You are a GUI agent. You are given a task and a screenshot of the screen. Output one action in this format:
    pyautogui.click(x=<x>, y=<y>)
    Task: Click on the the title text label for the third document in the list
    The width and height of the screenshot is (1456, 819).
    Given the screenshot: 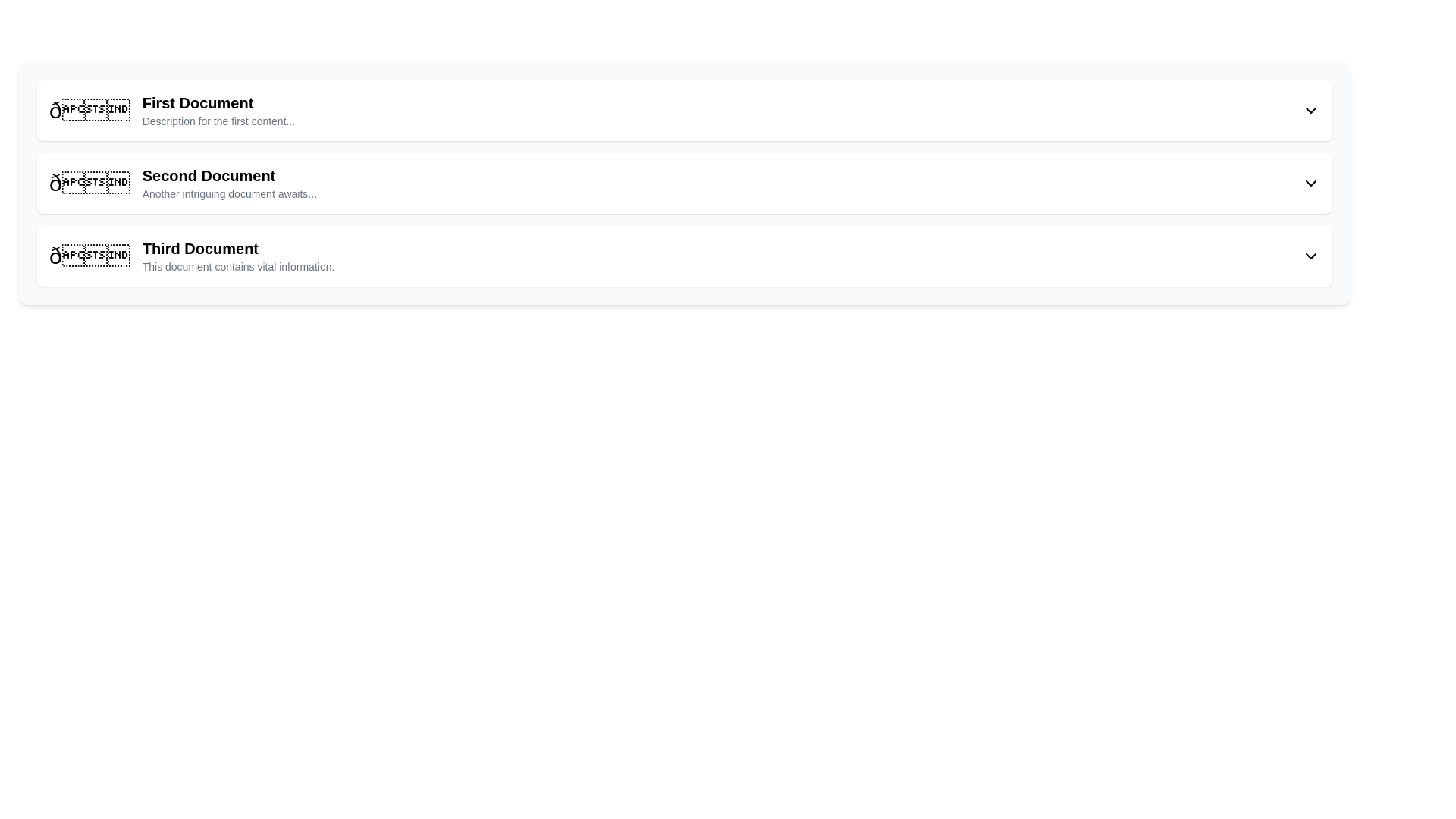 What is the action you would take?
    pyautogui.click(x=715, y=247)
    